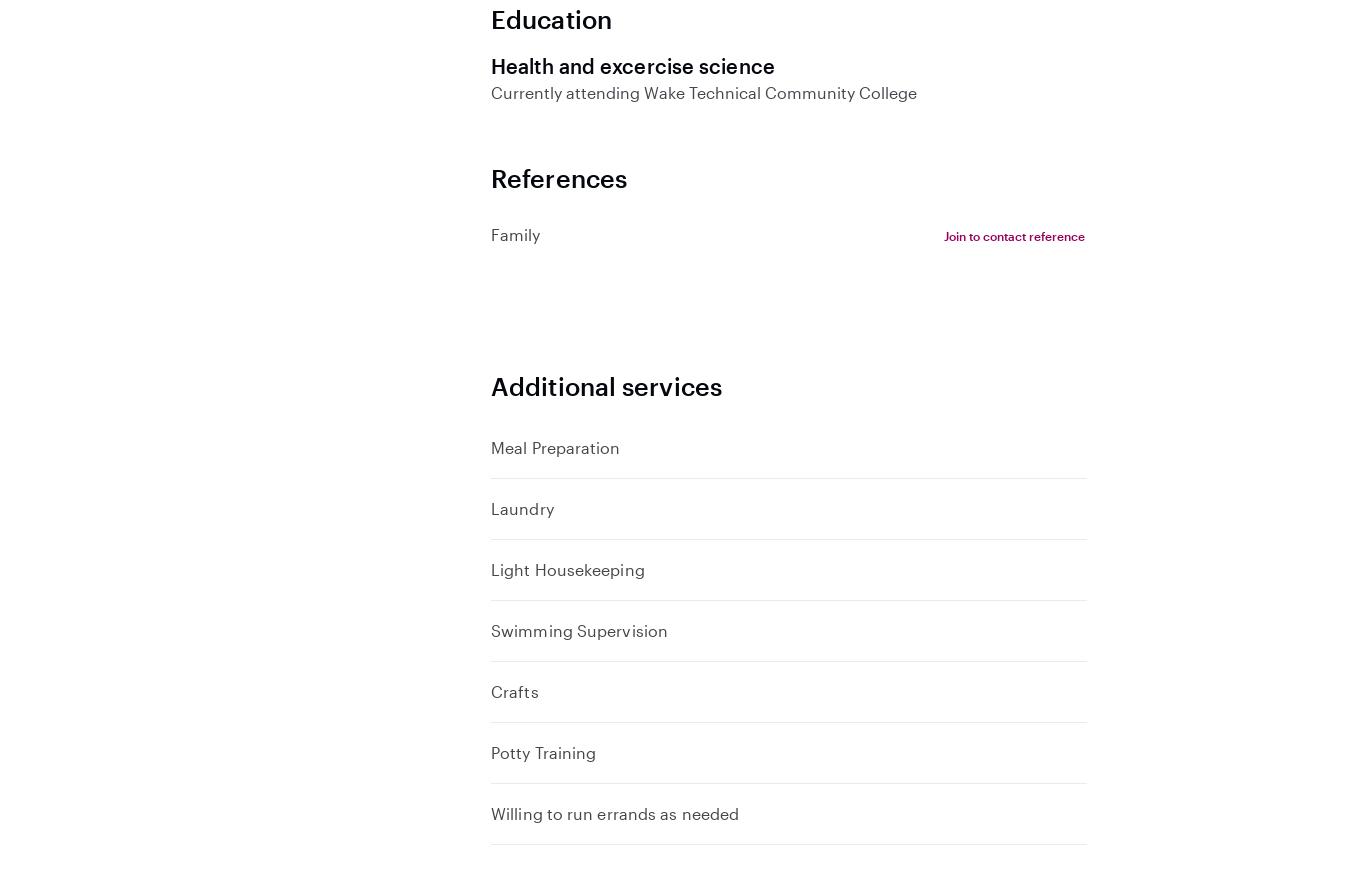 The height and width of the screenshot is (869, 1350). I want to click on 'Light Housekeeping', so click(567, 568).